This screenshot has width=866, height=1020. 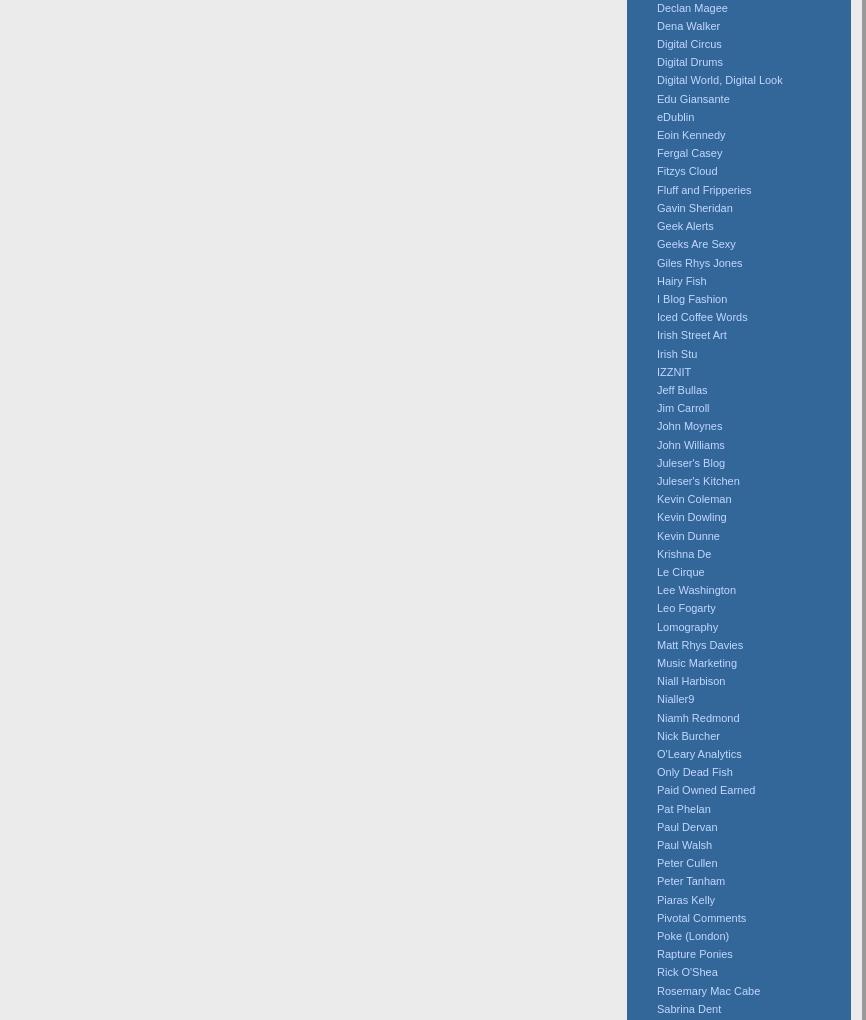 I want to click on 'Hairy Fish', so click(x=680, y=278).